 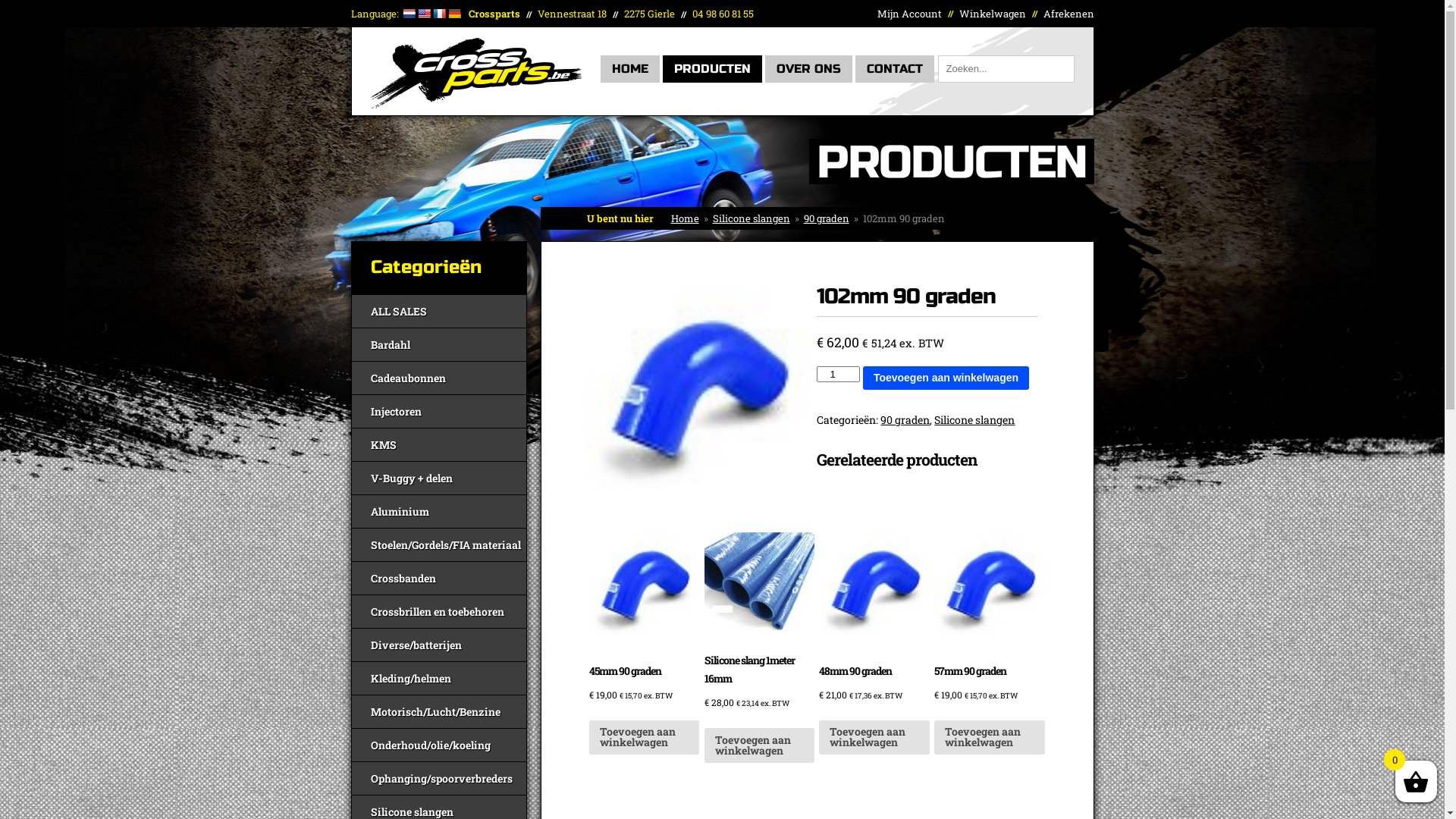 What do you see at coordinates (438, 444) in the screenshot?
I see `'KMS'` at bounding box center [438, 444].